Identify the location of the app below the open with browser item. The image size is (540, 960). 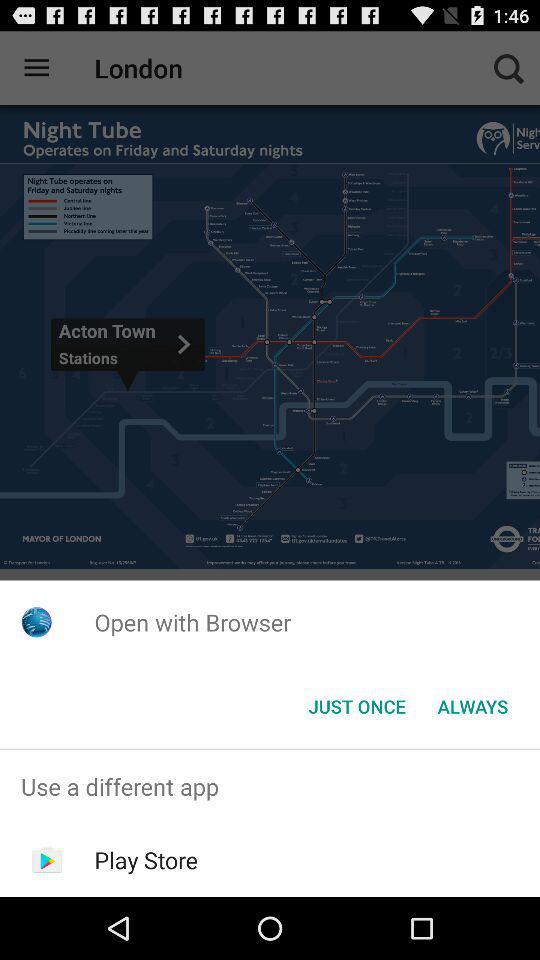
(472, 706).